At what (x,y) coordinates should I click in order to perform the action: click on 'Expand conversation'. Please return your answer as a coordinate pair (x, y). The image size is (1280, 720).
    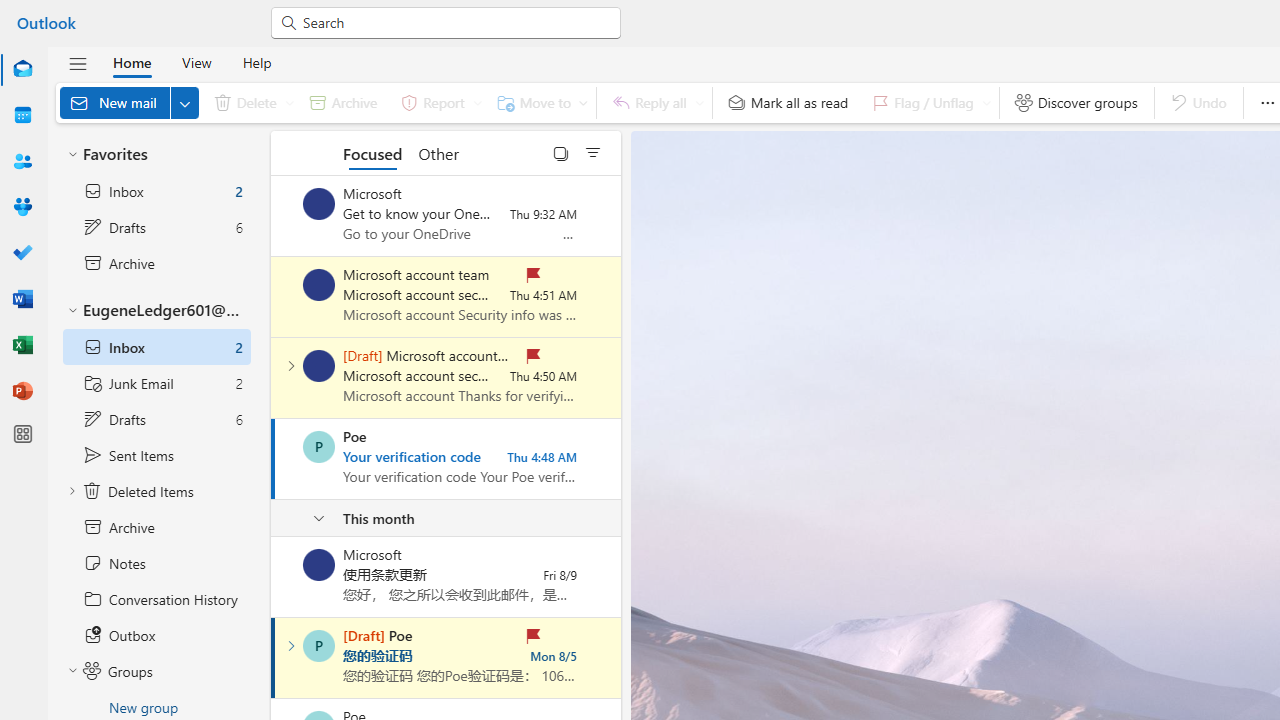
    Looking at the image, I should click on (290, 646).